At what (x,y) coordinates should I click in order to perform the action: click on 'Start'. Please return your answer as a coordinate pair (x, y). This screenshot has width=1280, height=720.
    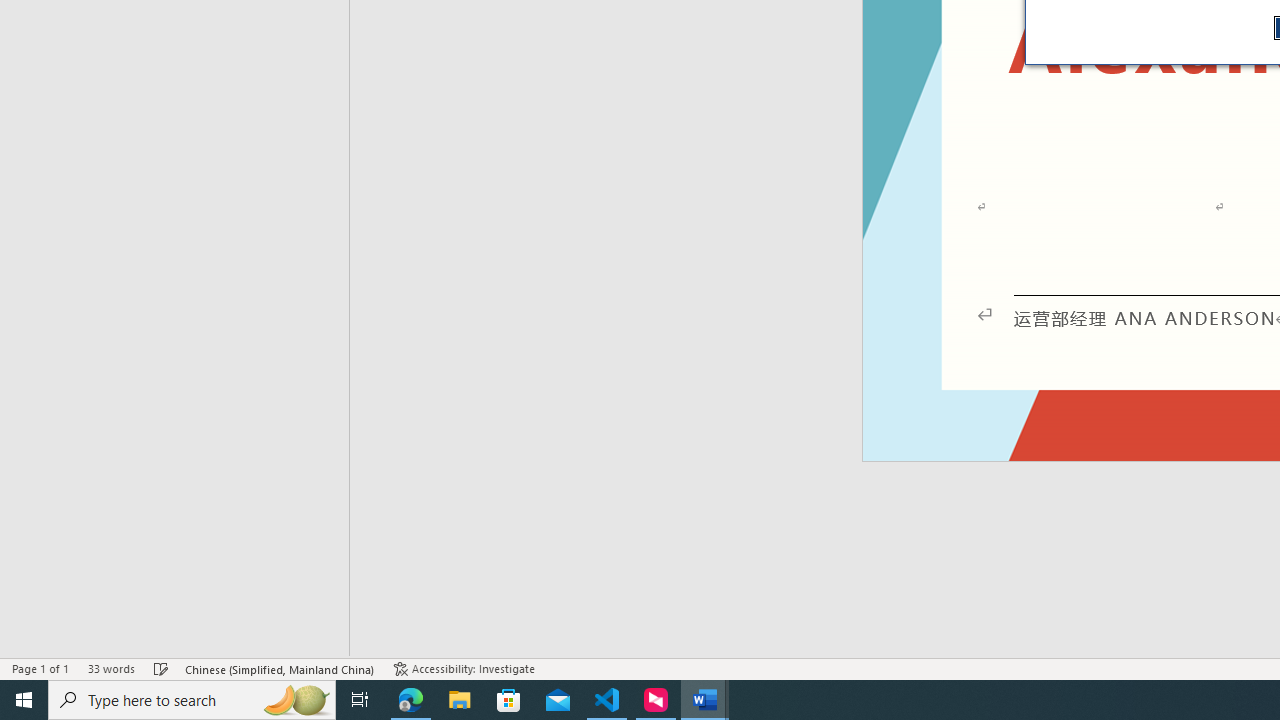
    Looking at the image, I should click on (24, 698).